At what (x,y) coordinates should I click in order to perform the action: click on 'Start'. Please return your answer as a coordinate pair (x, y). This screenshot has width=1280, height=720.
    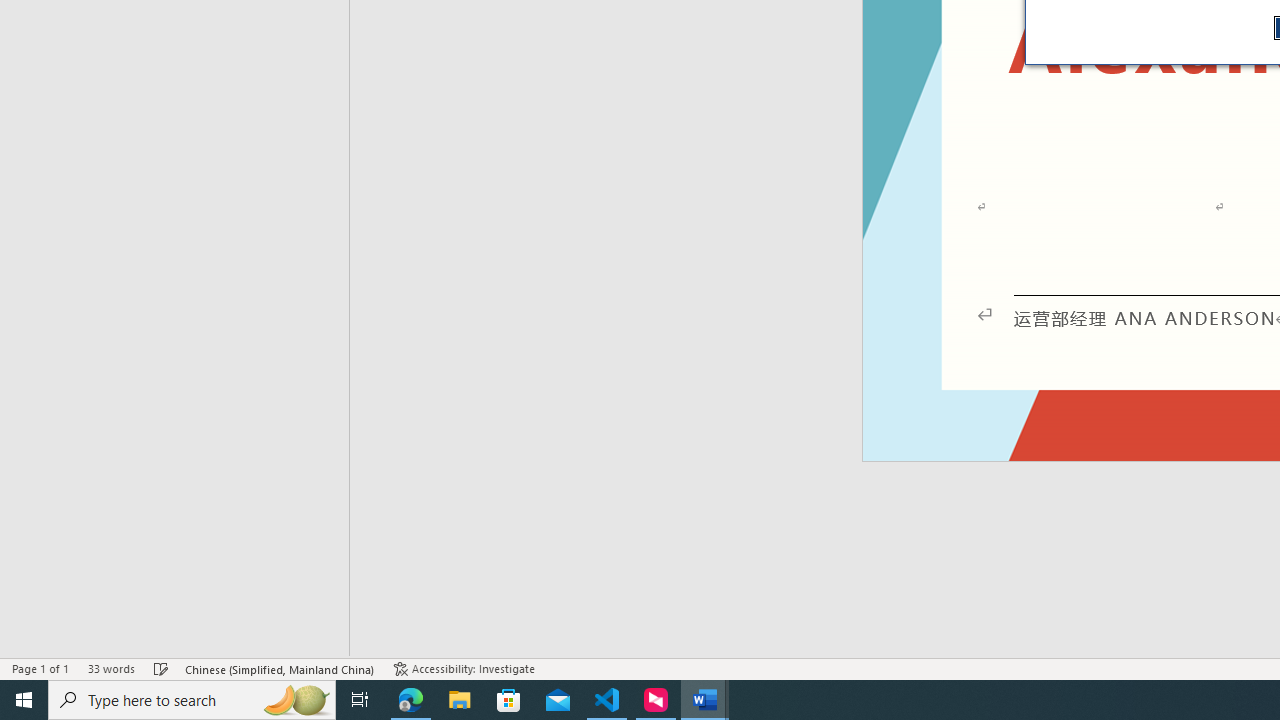
    Looking at the image, I should click on (24, 698).